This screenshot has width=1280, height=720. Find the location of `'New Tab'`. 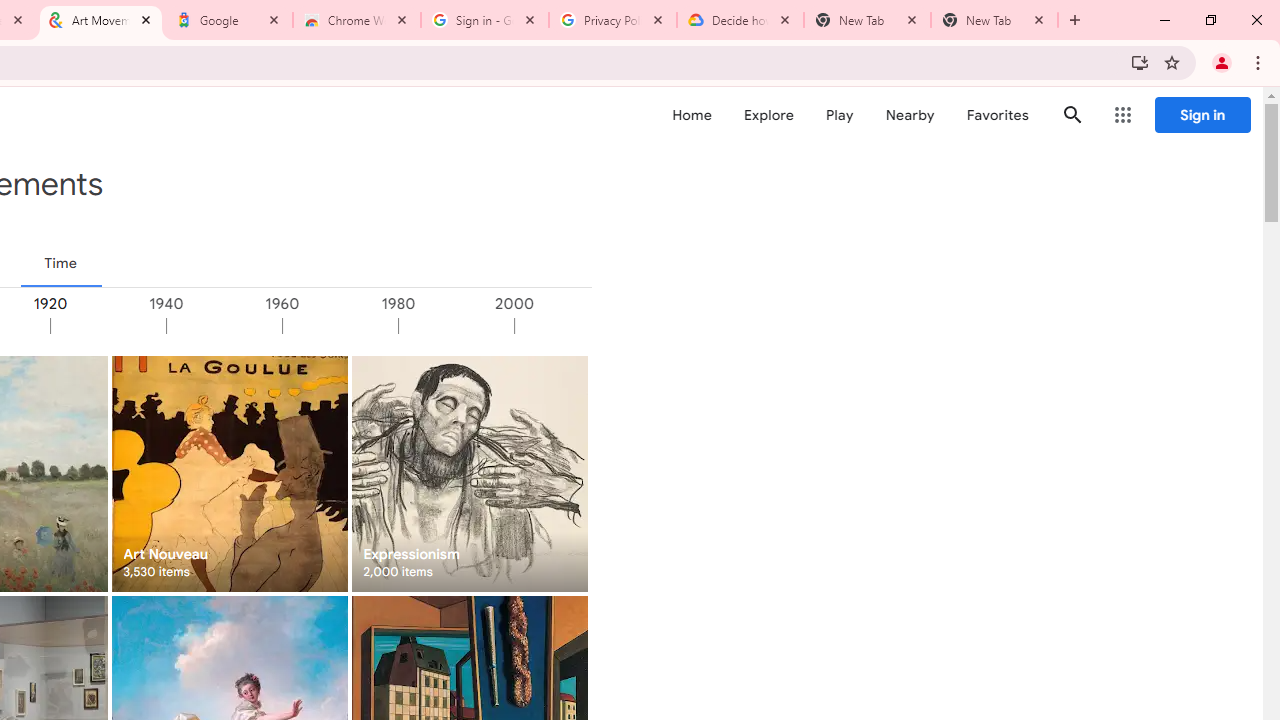

'New Tab' is located at coordinates (994, 20).